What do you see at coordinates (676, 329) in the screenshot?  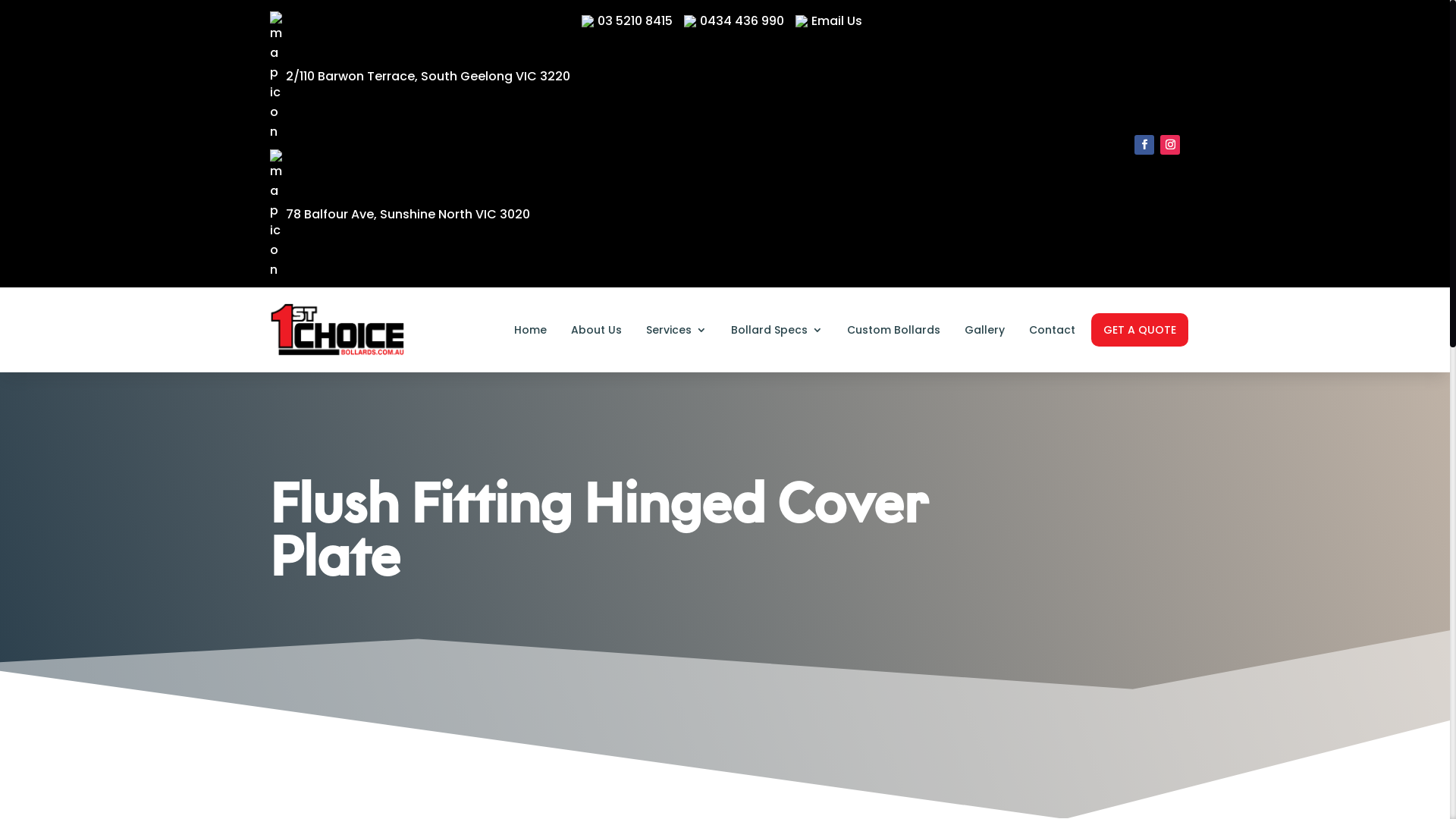 I see `'Services'` at bounding box center [676, 329].